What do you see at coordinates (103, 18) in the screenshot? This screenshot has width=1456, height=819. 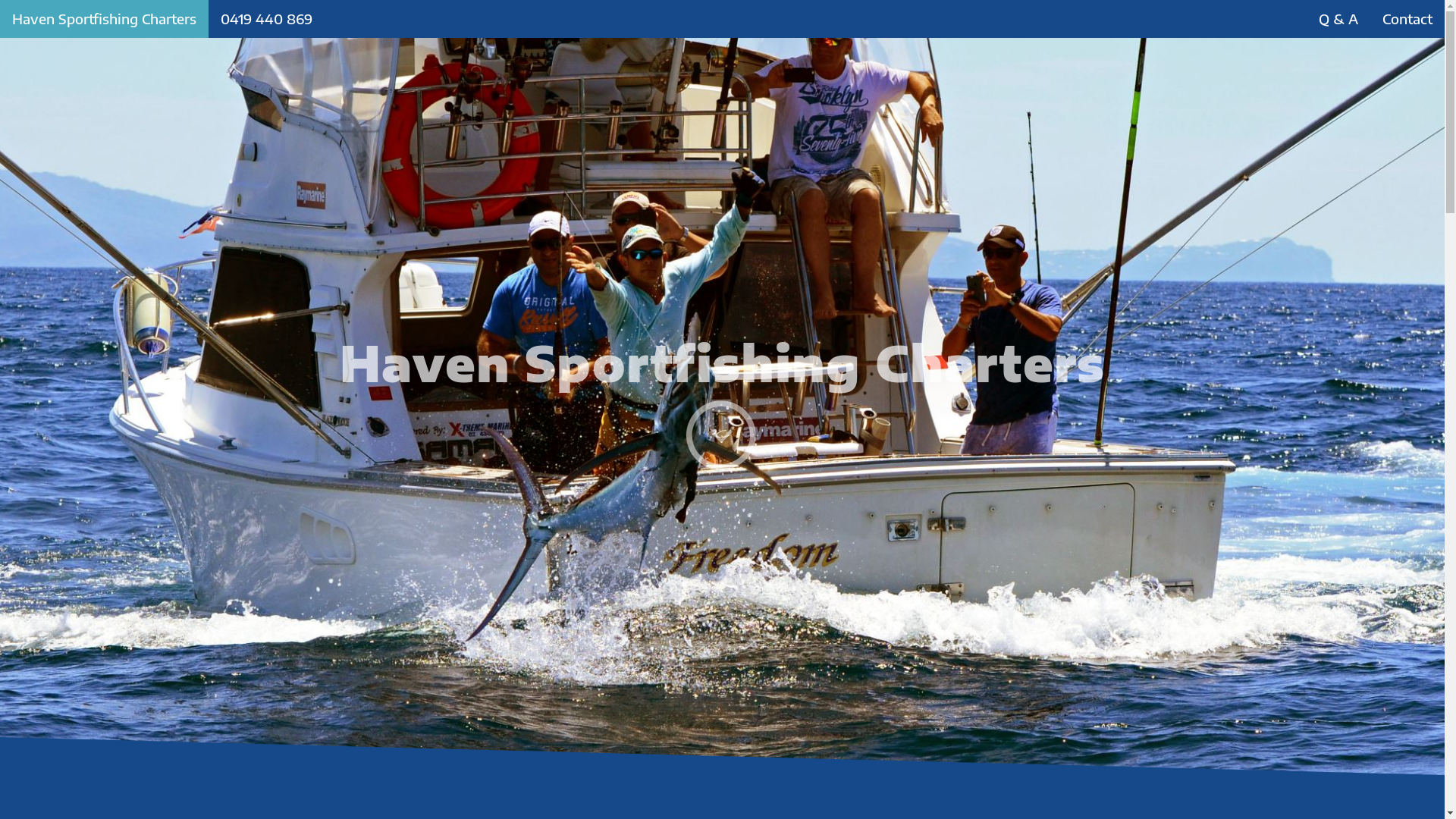 I see `'Haven Sportfishing Charters'` at bounding box center [103, 18].